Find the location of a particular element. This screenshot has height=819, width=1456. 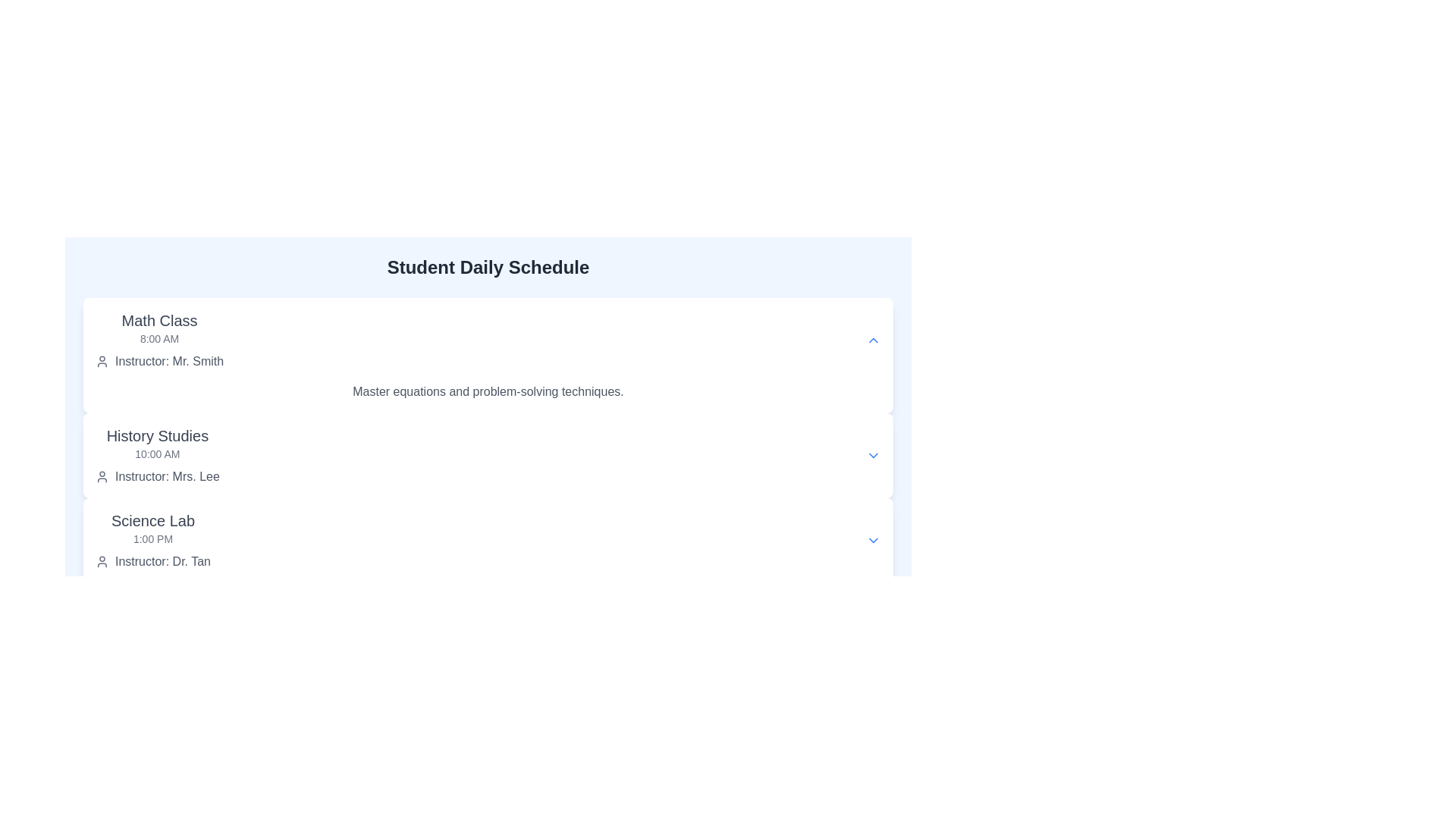

the text label that displays the name of the instructor for the 'History Studies' class, located to the right of the circular user icon is located at coordinates (167, 475).